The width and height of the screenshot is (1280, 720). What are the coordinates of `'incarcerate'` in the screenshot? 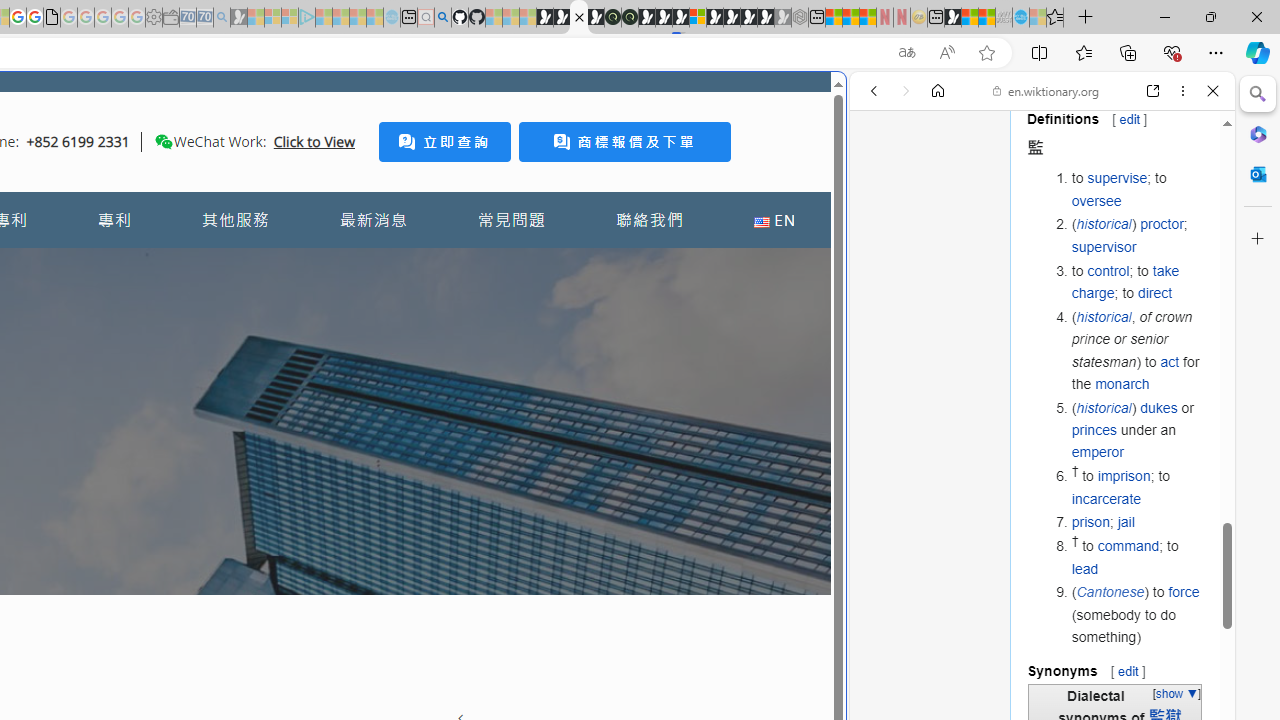 It's located at (1105, 497).